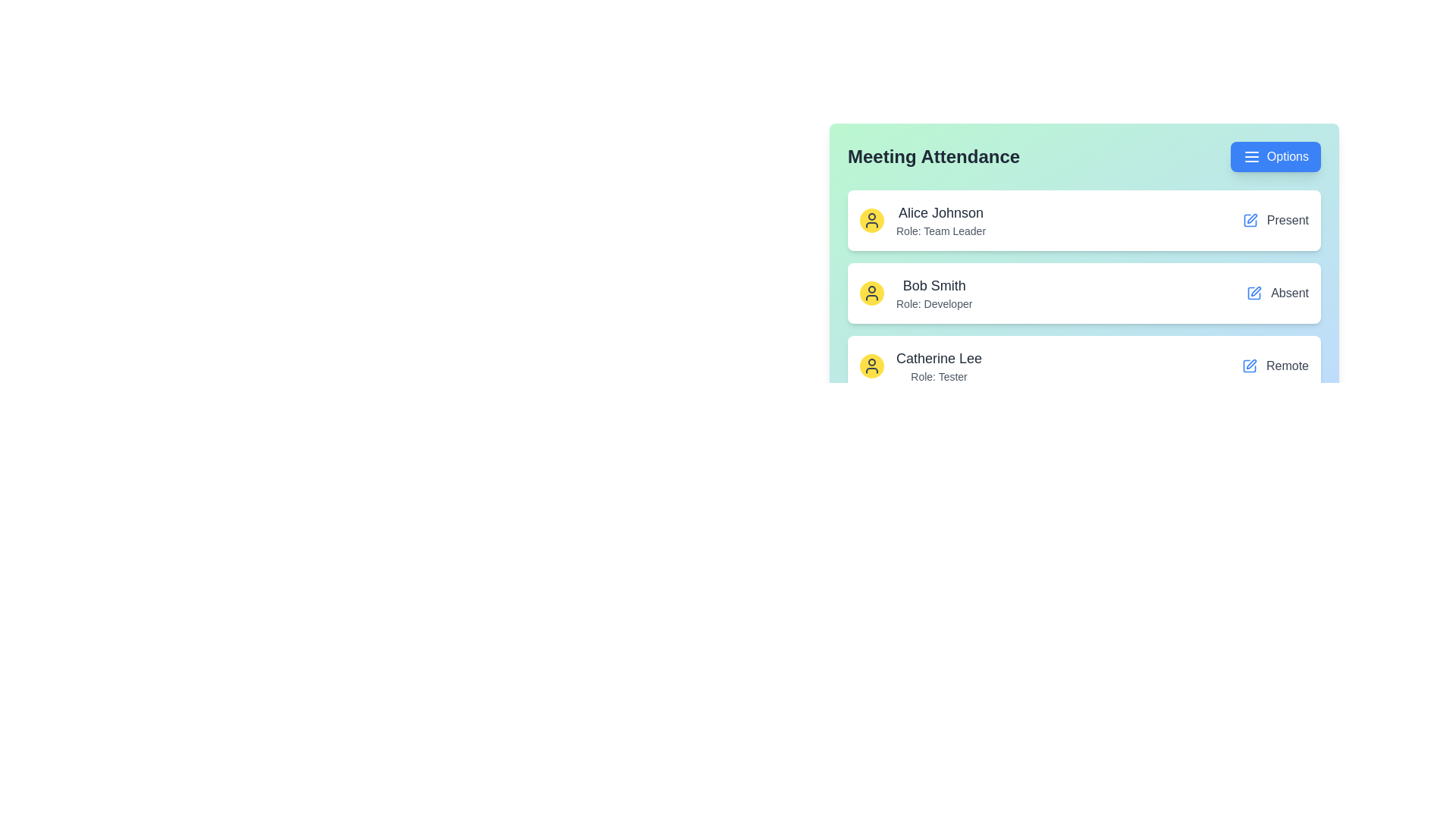 The image size is (1456, 819). Describe the element at coordinates (1274, 366) in the screenshot. I see `the edit icon adjacent to the 'Remote' status label for 'Catherine Lee: Role: Tester'` at that location.